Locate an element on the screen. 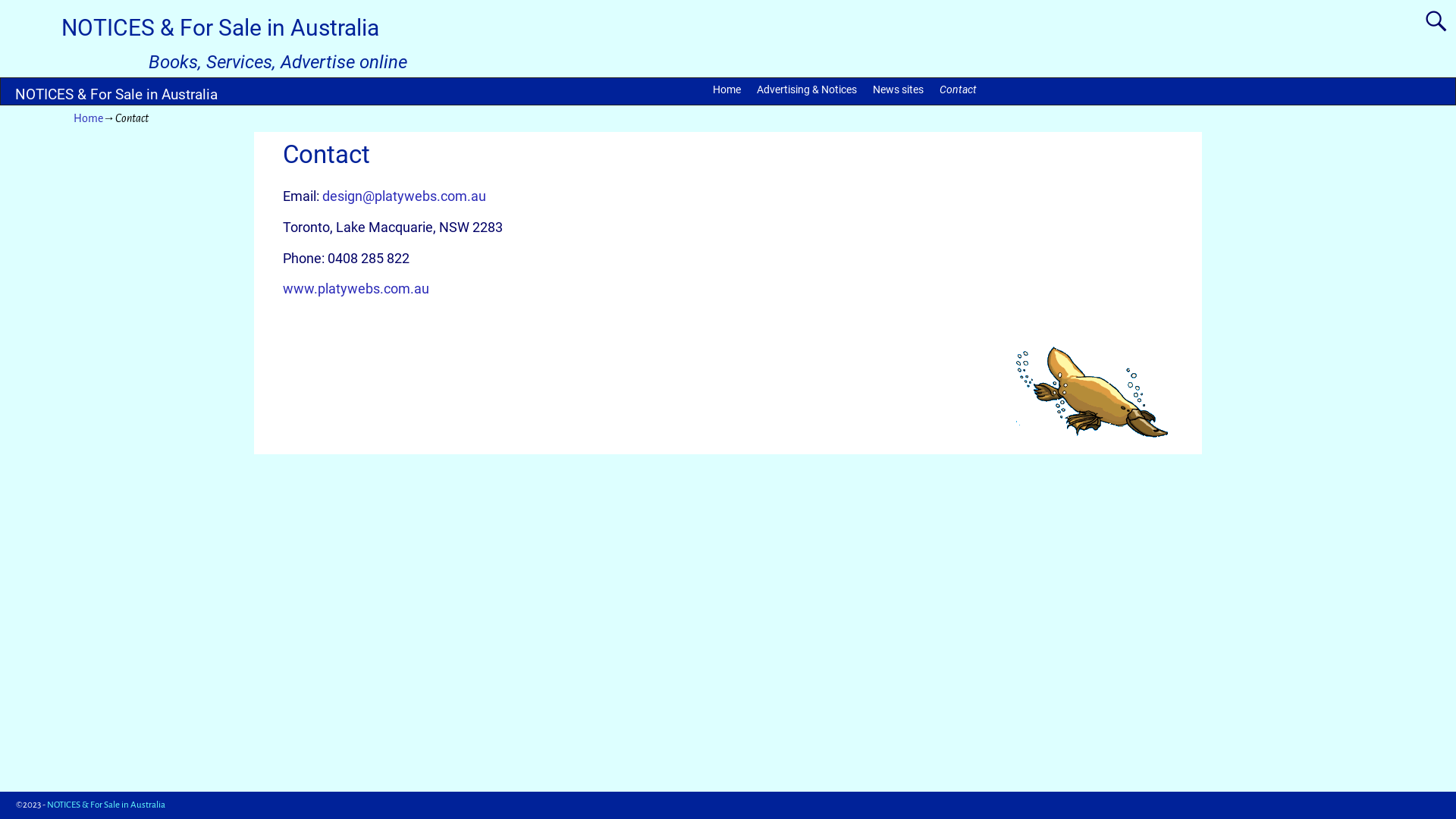 This screenshot has width=1456, height=819. 'www.platywebs.com.au' is located at coordinates (282, 289).